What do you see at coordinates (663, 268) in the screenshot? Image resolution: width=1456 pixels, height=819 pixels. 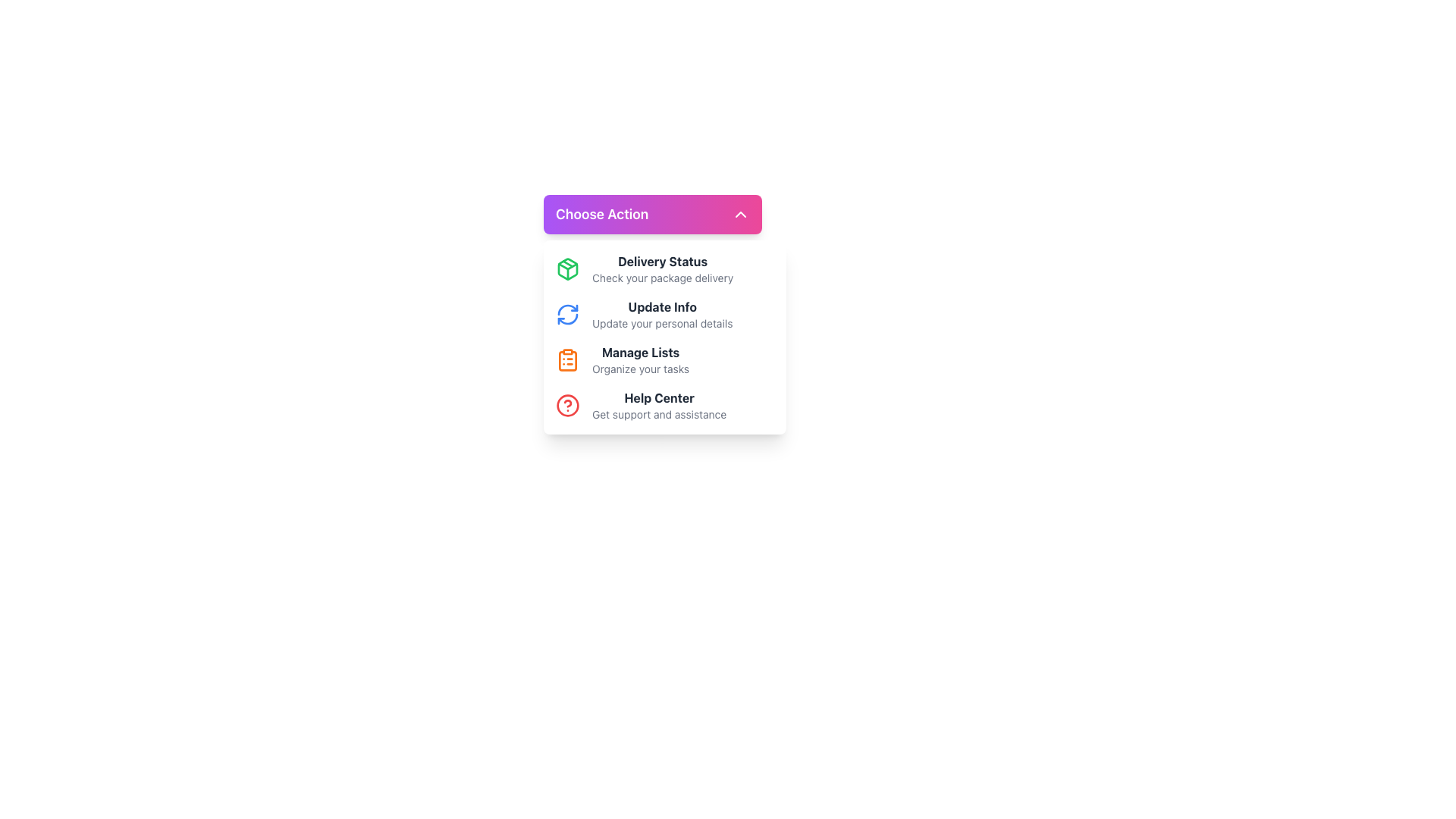 I see `text content of the 'Delivery Status' text block, which is the first option in the list beneath the 'Choose Action' header` at bounding box center [663, 268].